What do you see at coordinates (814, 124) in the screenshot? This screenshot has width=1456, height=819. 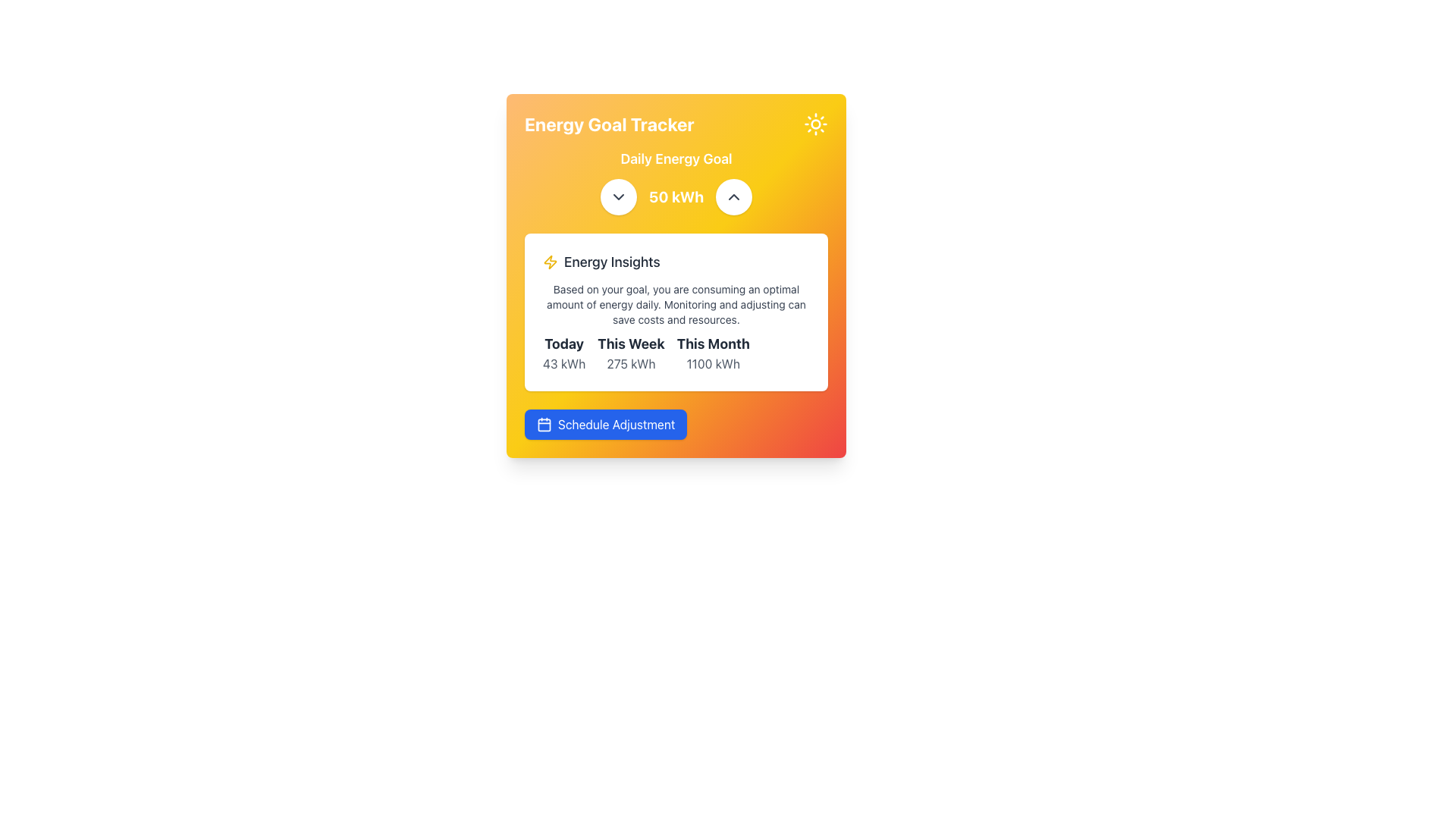 I see `the central circle of the sun icon located in the top-right corner of the 'Energy Goal Tracker' card` at bounding box center [814, 124].